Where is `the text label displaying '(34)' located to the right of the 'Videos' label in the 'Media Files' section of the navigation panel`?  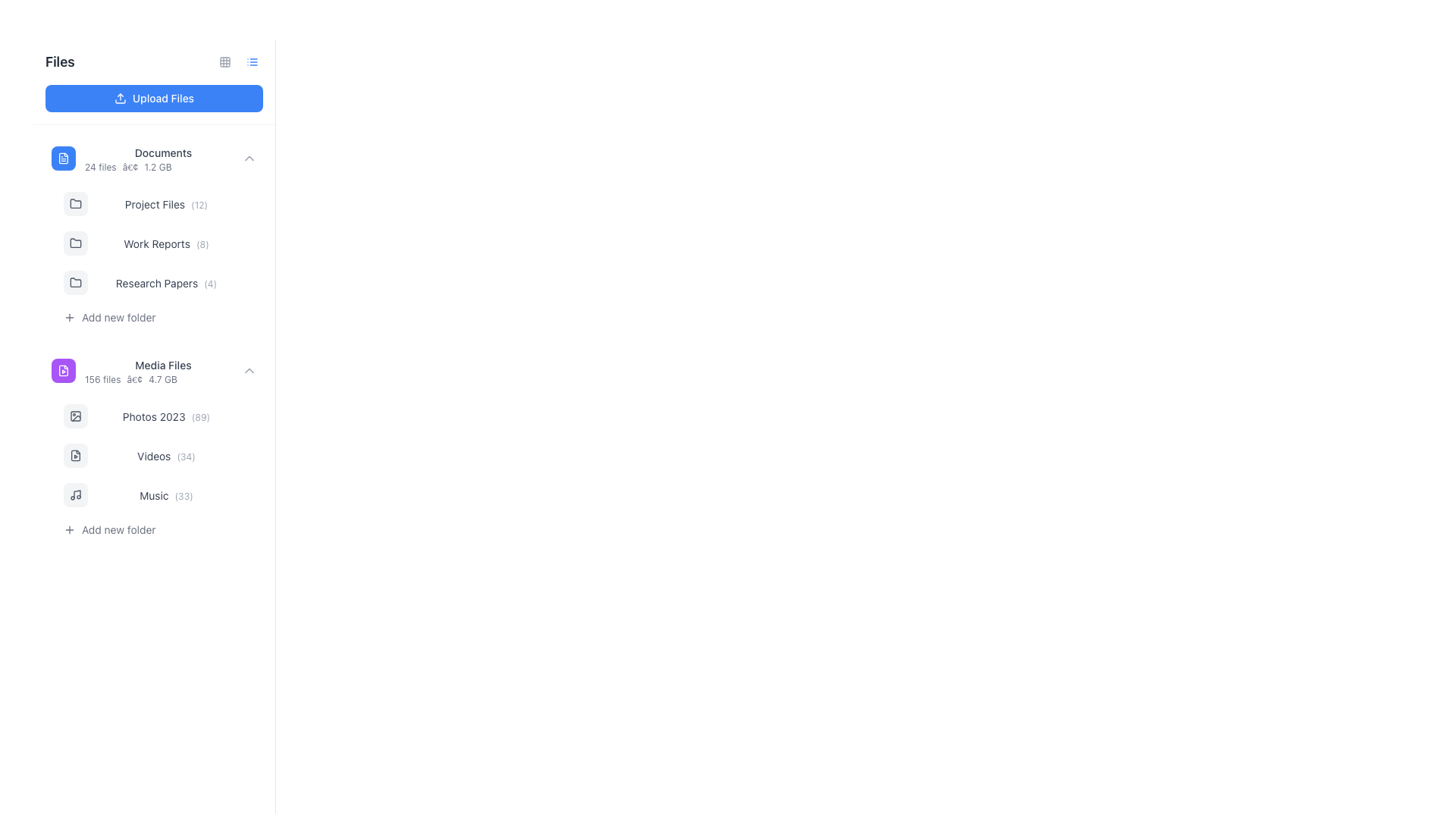 the text label displaying '(34)' located to the right of the 'Videos' label in the 'Media Files' section of the navigation panel is located at coordinates (185, 456).